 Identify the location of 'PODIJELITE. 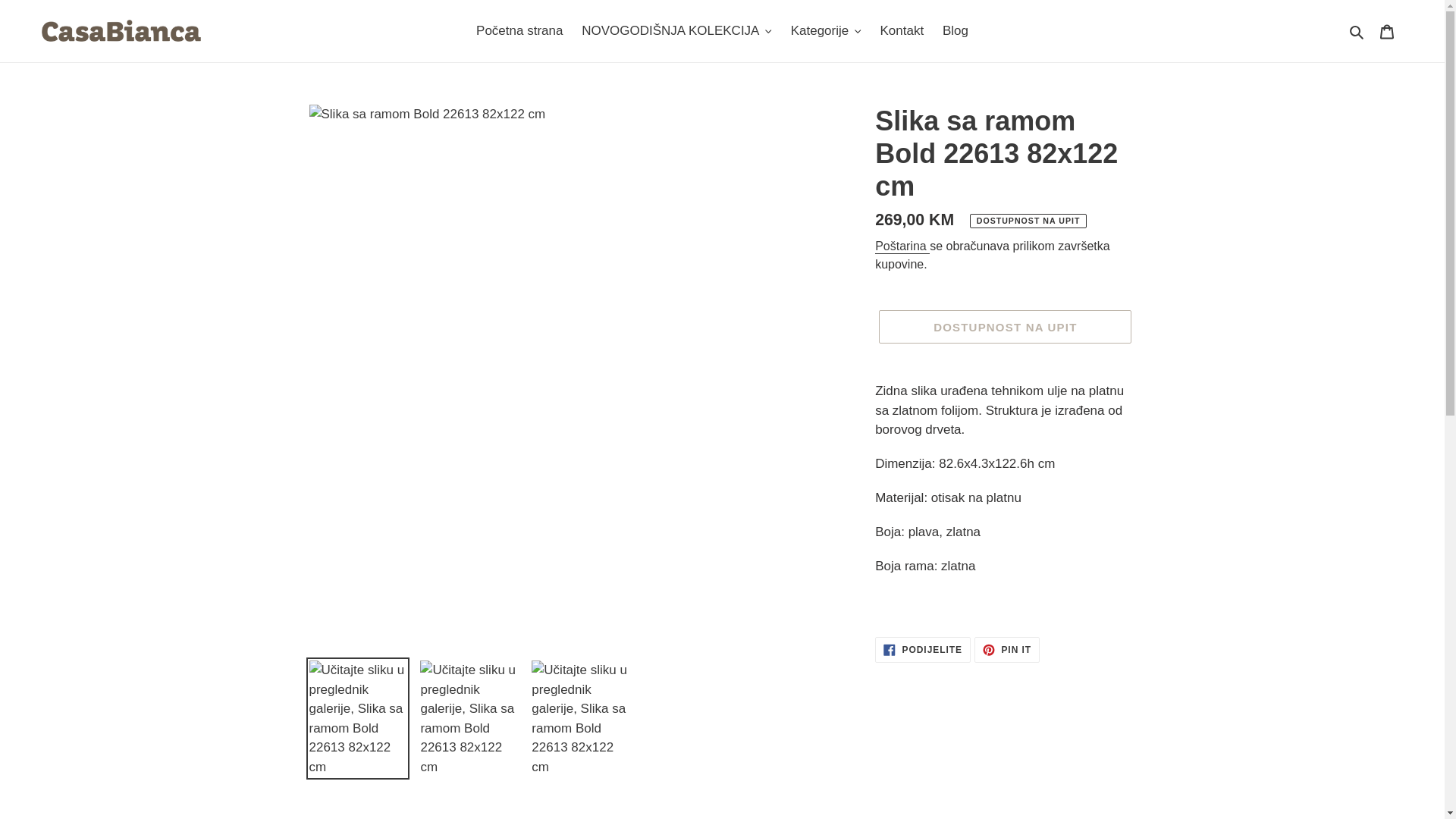
(922, 648).